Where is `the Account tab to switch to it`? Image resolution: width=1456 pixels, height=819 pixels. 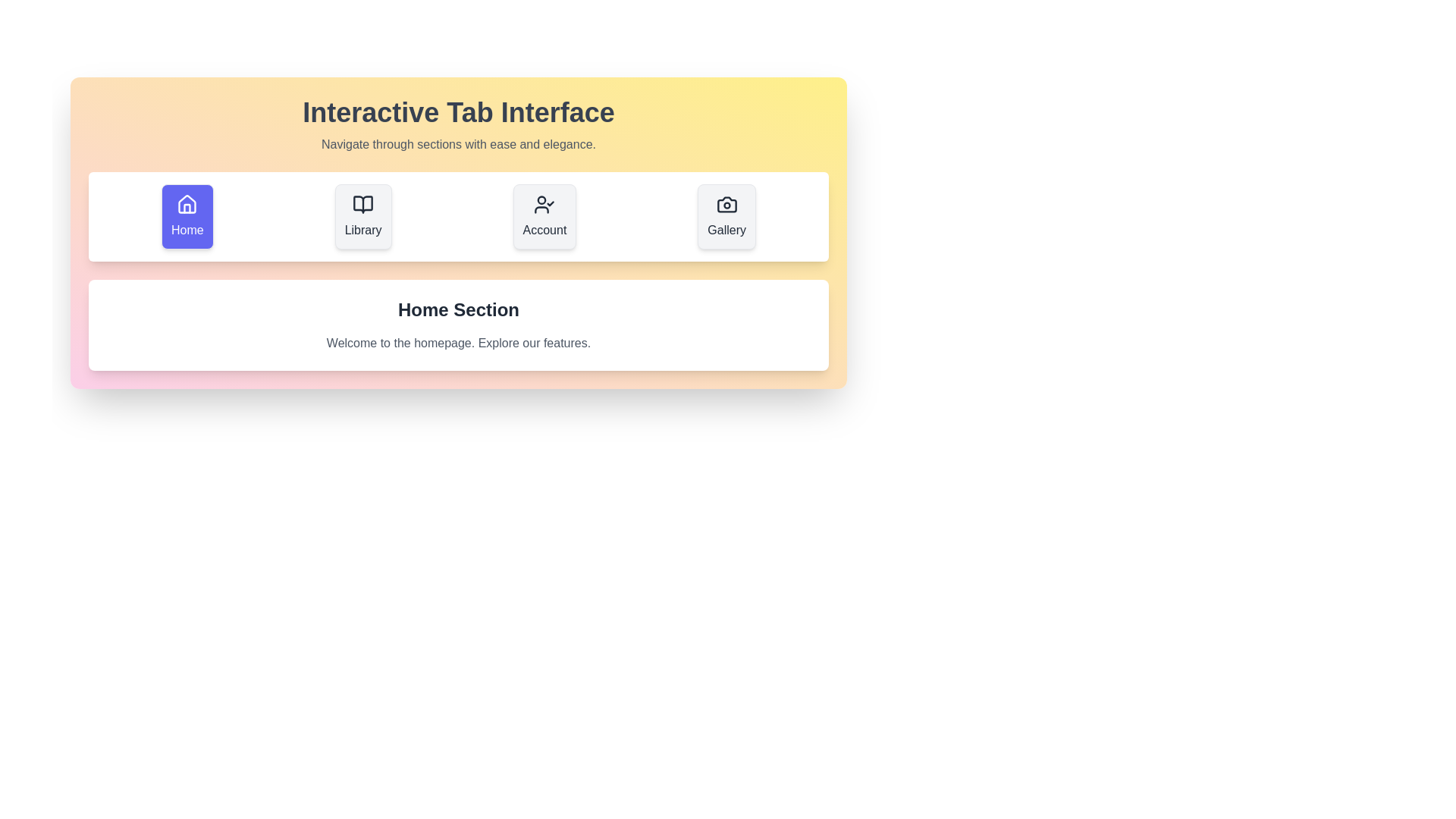 the Account tab to switch to it is located at coordinates (544, 216).